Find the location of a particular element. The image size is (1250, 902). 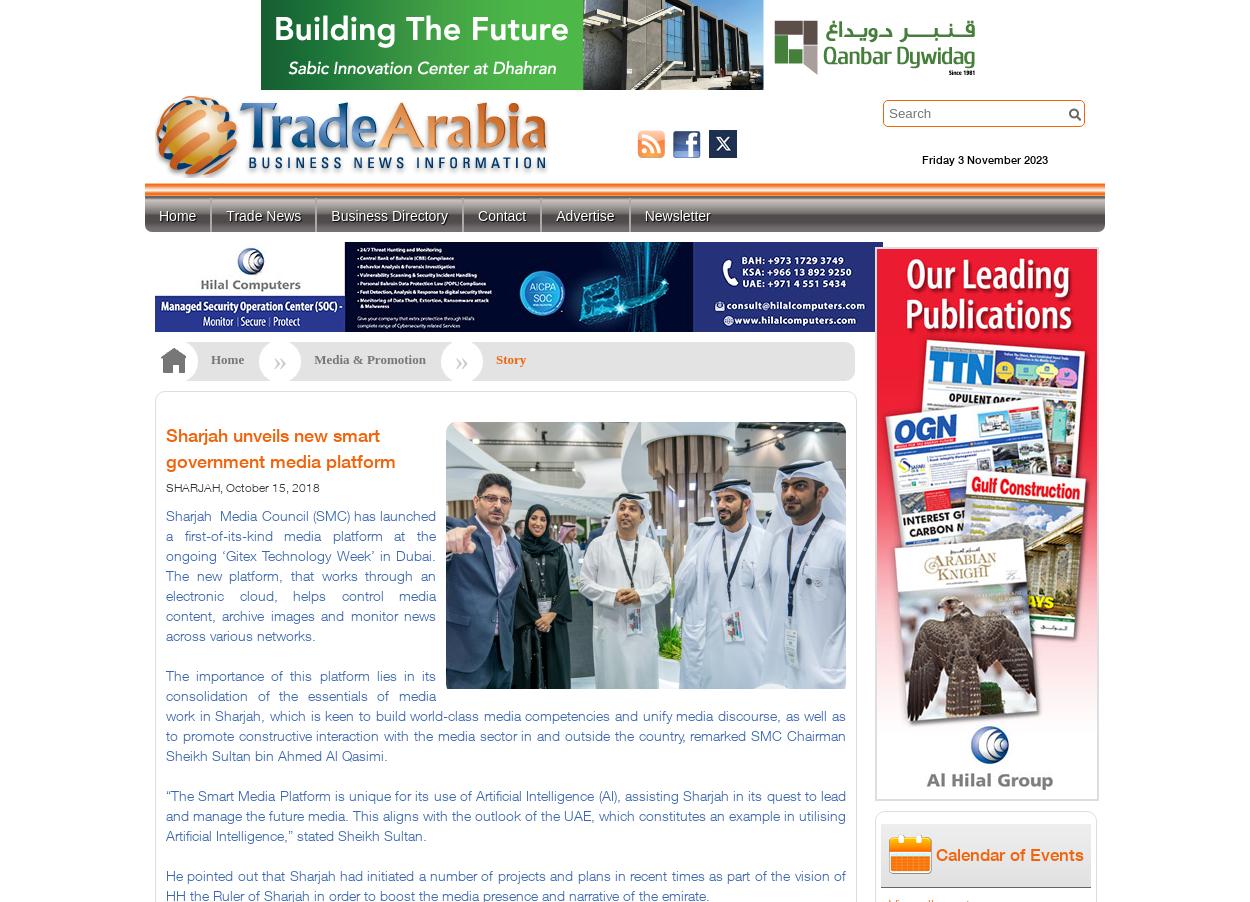

'Story' is located at coordinates (510, 358).